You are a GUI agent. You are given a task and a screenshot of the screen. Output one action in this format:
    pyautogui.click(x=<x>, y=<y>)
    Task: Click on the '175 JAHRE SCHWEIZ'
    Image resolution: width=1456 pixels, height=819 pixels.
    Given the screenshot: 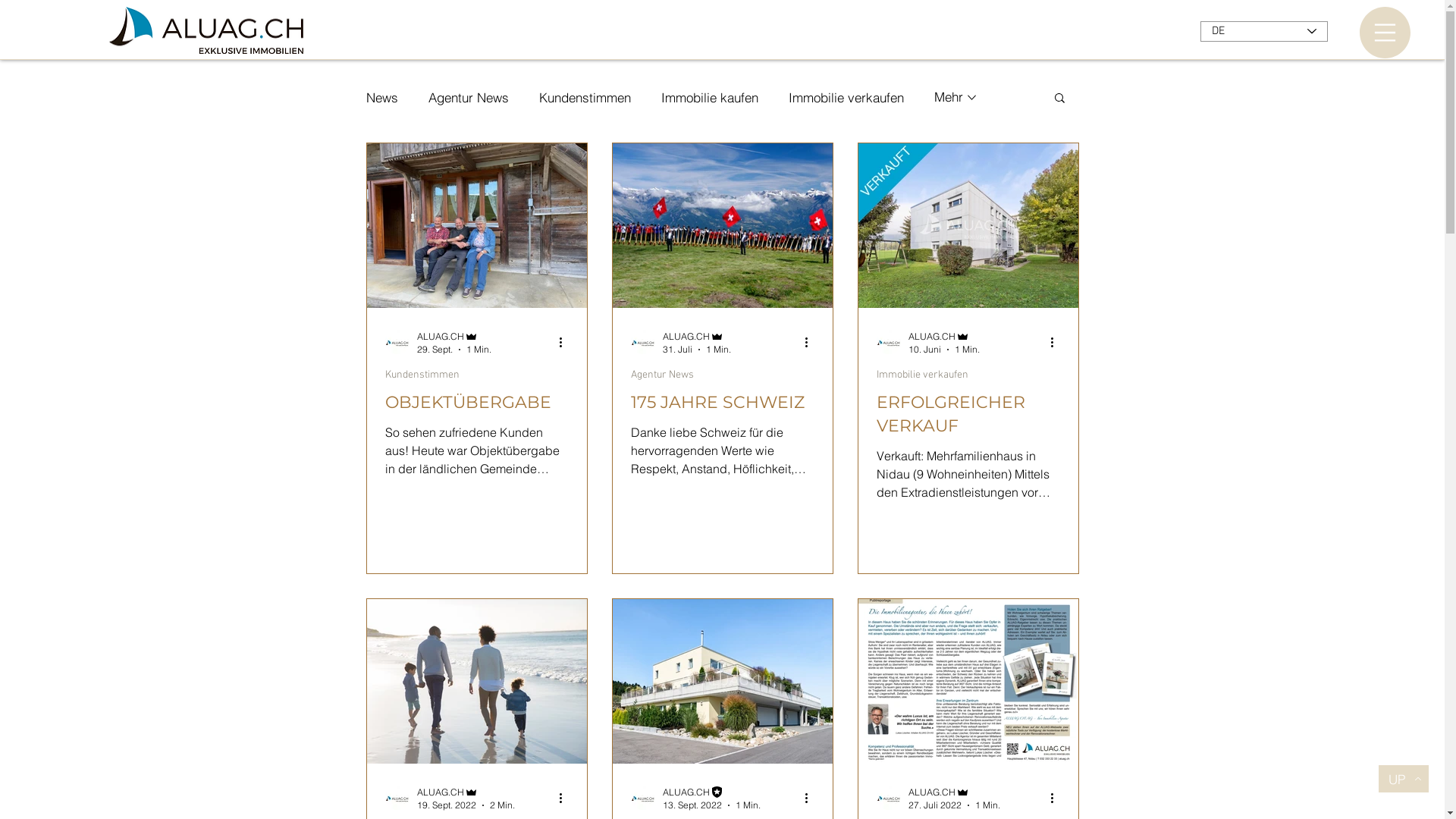 What is the action you would take?
    pyautogui.click(x=630, y=402)
    